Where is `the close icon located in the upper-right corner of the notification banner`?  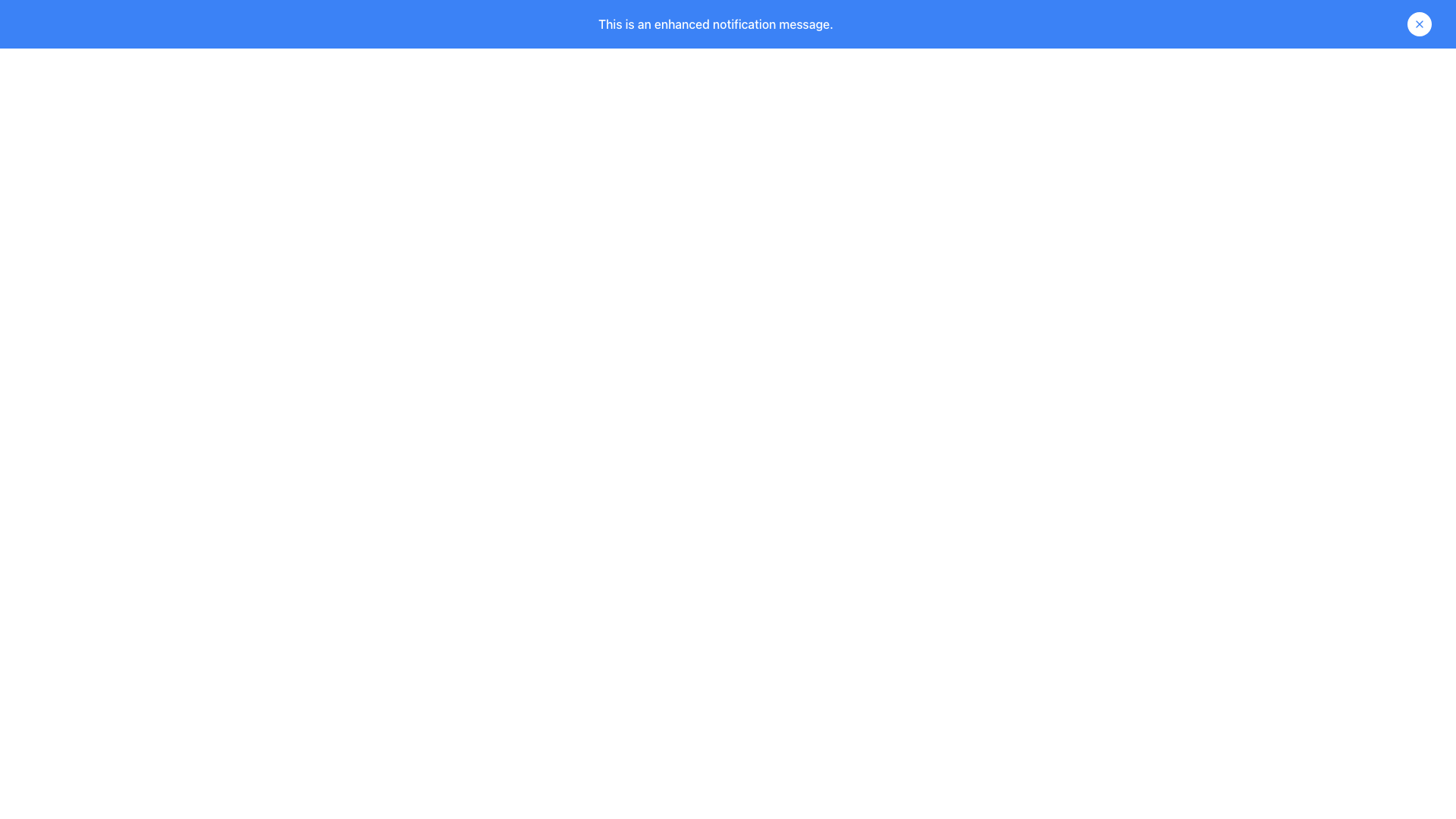 the close icon located in the upper-right corner of the notification banner is located at coordinates (1419, 24).